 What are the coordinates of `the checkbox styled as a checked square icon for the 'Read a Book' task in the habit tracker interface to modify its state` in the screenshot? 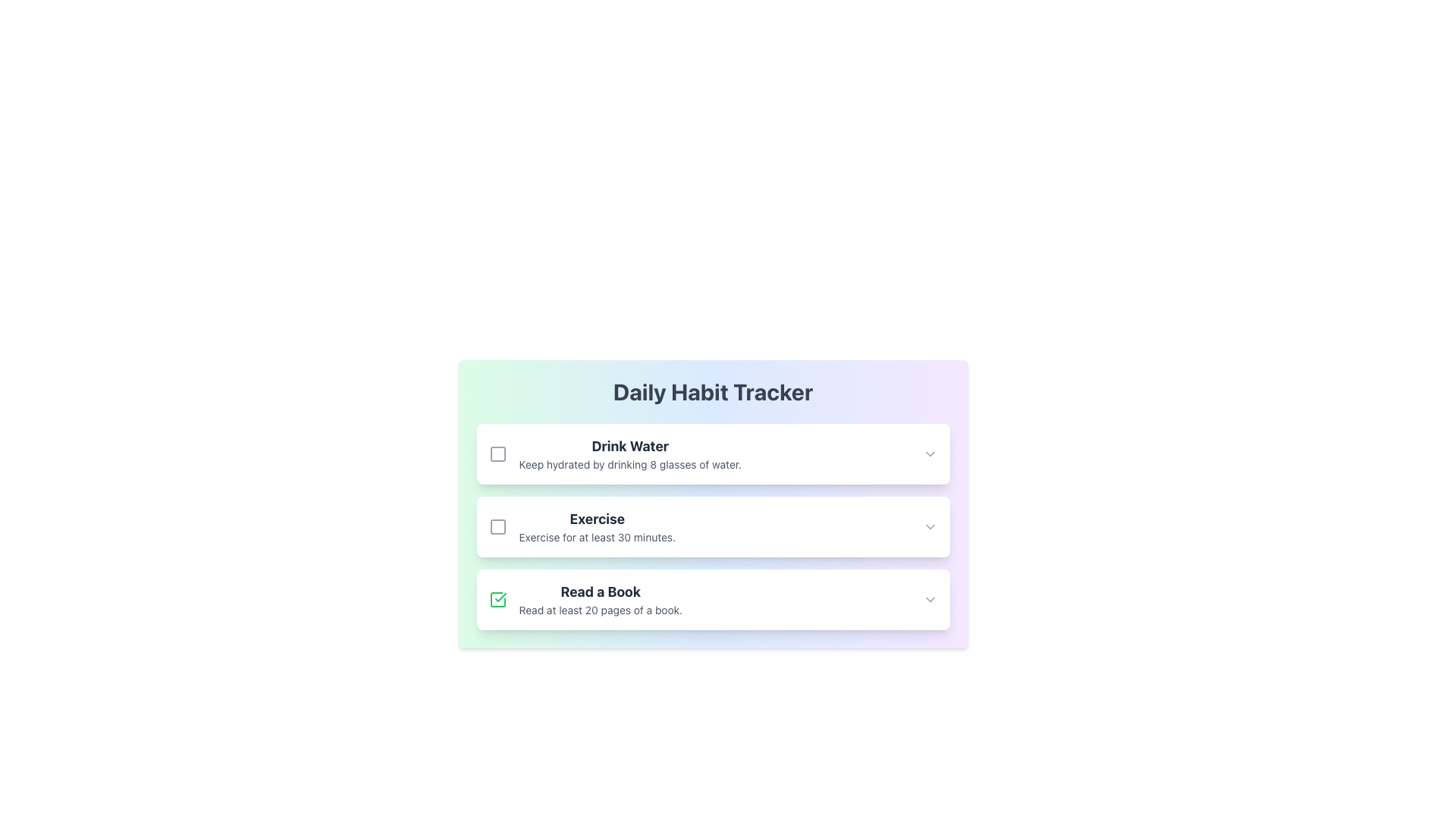 It's located at (497, 598).